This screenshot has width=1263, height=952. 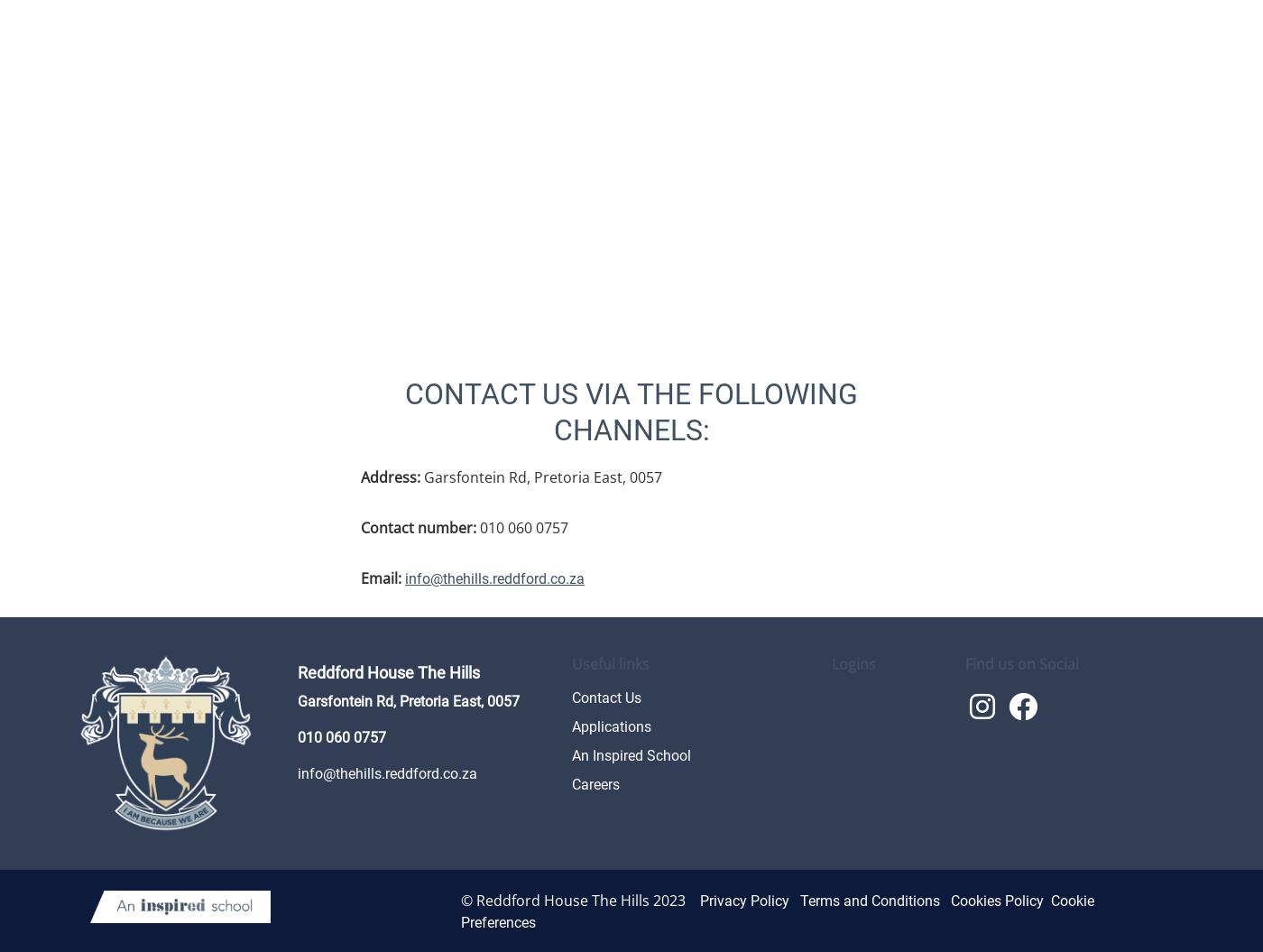 What do you see at coordinates (742, 899) in the screenshot?
I see `'Privacy Policy'` at bounding box center [742, 899].